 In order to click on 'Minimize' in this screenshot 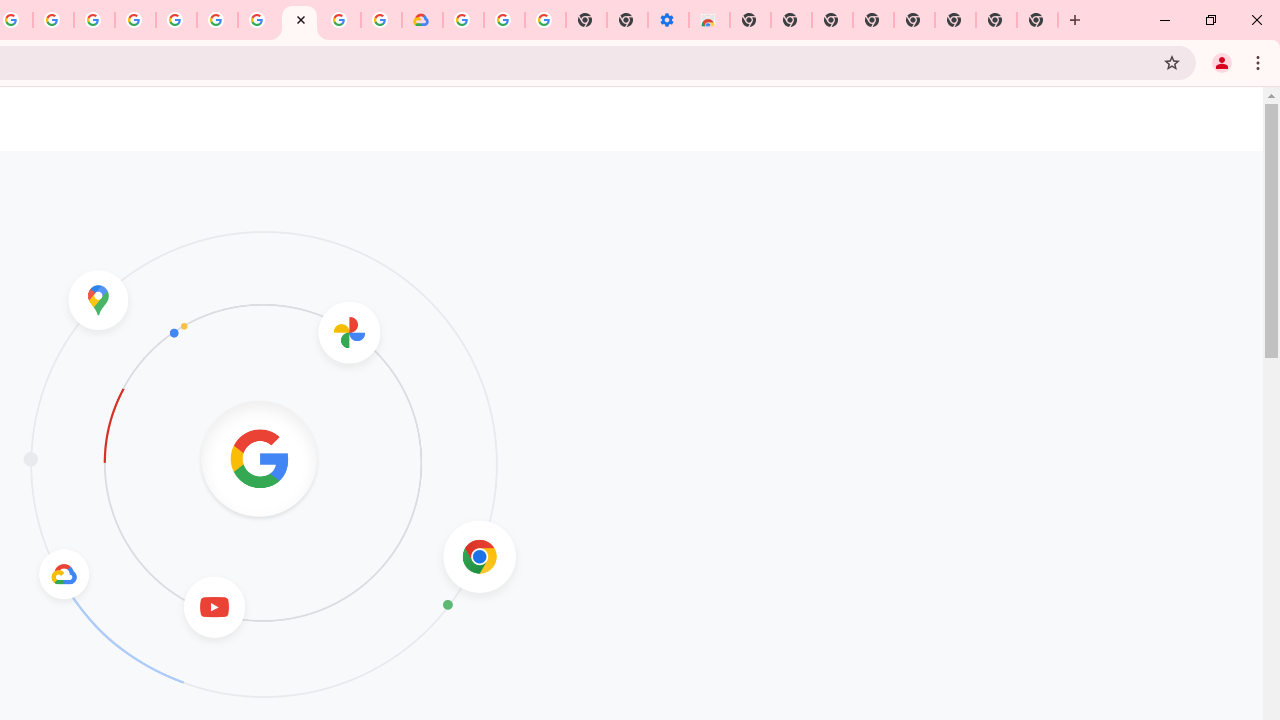, I will do `click(1165, 20)`.